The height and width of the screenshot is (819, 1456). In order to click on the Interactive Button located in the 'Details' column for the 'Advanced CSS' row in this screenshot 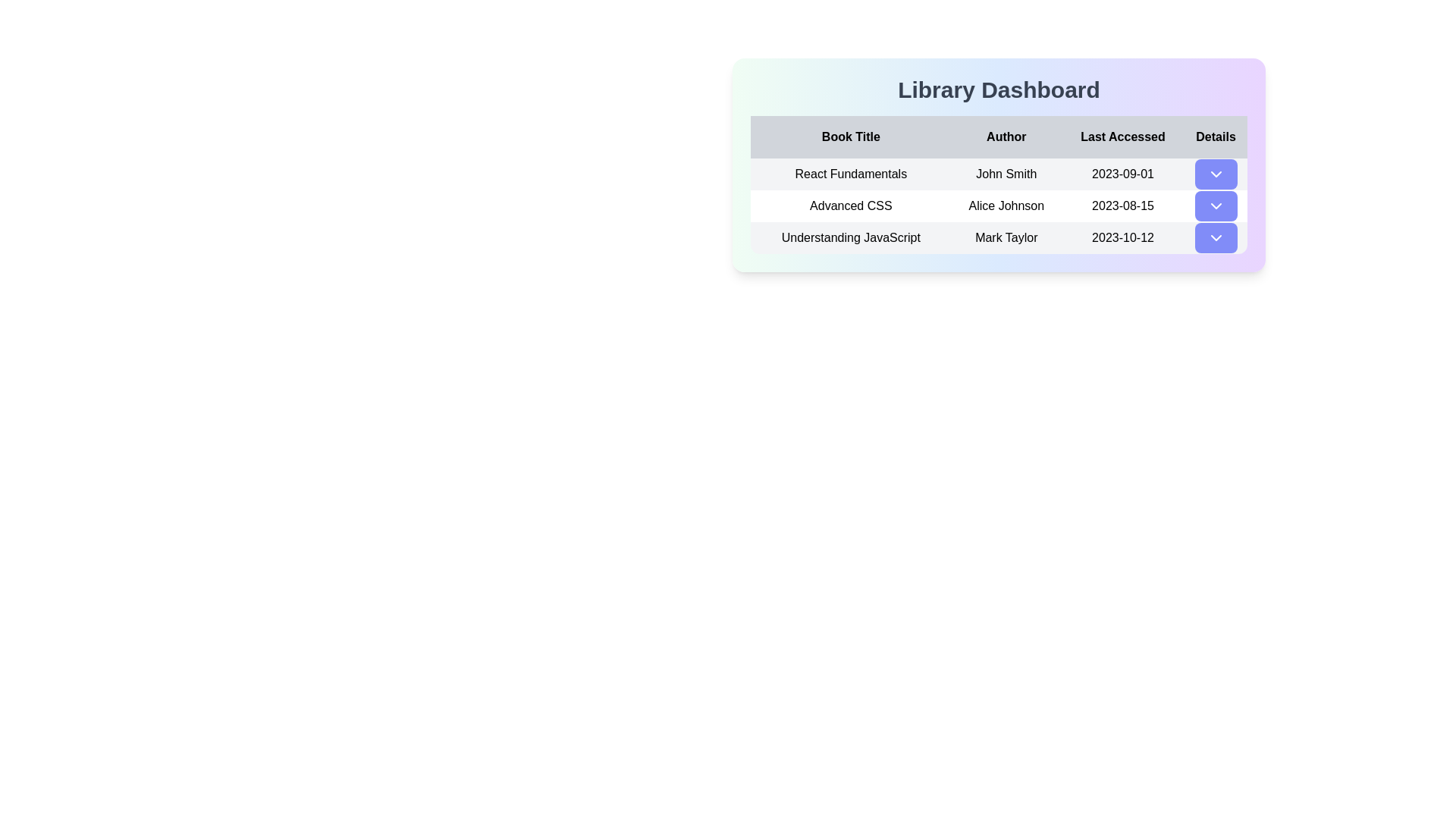, I will do `click(1216, 206)`.